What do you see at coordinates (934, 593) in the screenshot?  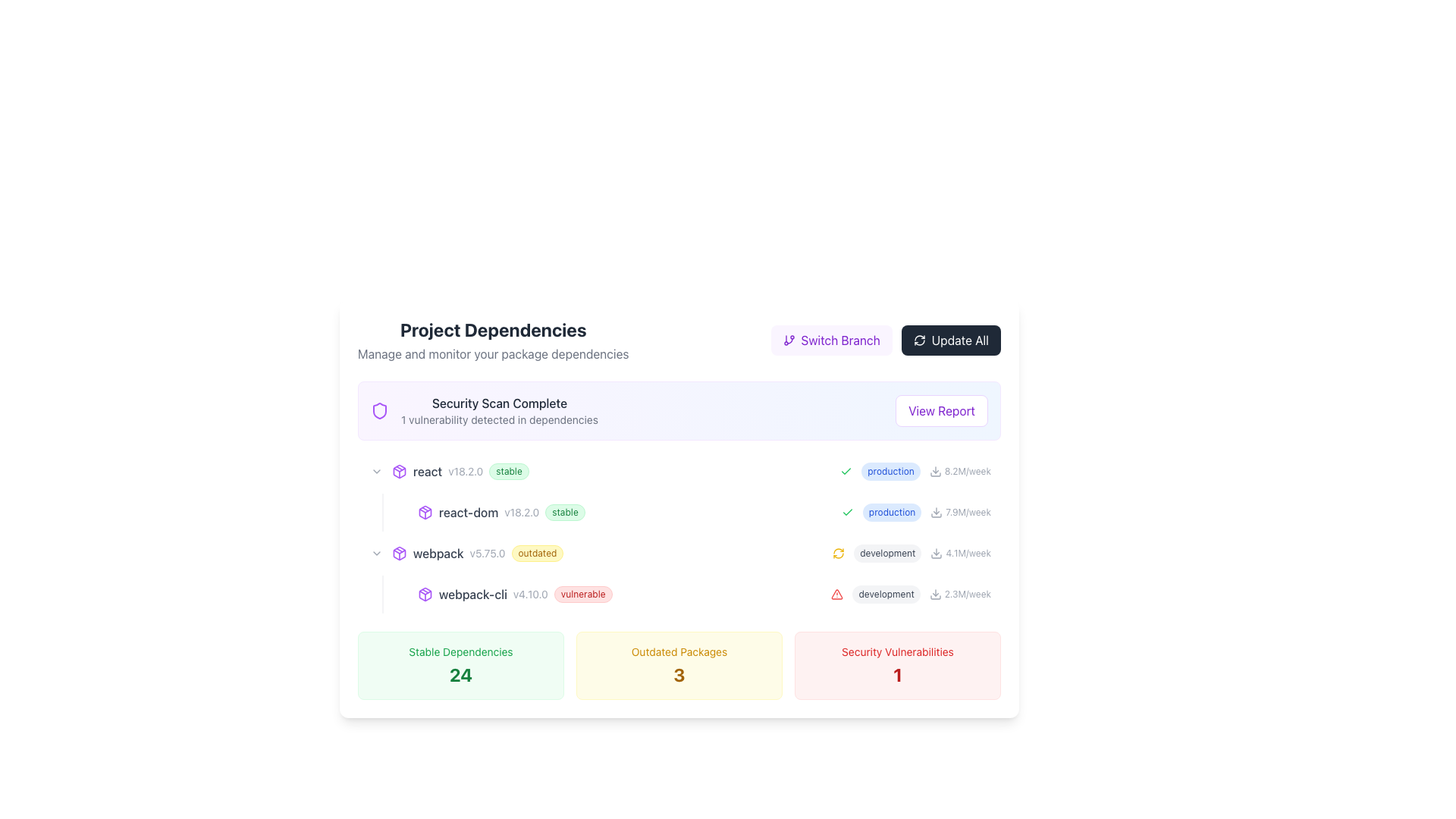 I see `the small downward-pointing arrow icon associated with downloading functionality, located on the right-hand side next to the 'development' label and '2.3M/week' text` at bounding box center [934, 593].